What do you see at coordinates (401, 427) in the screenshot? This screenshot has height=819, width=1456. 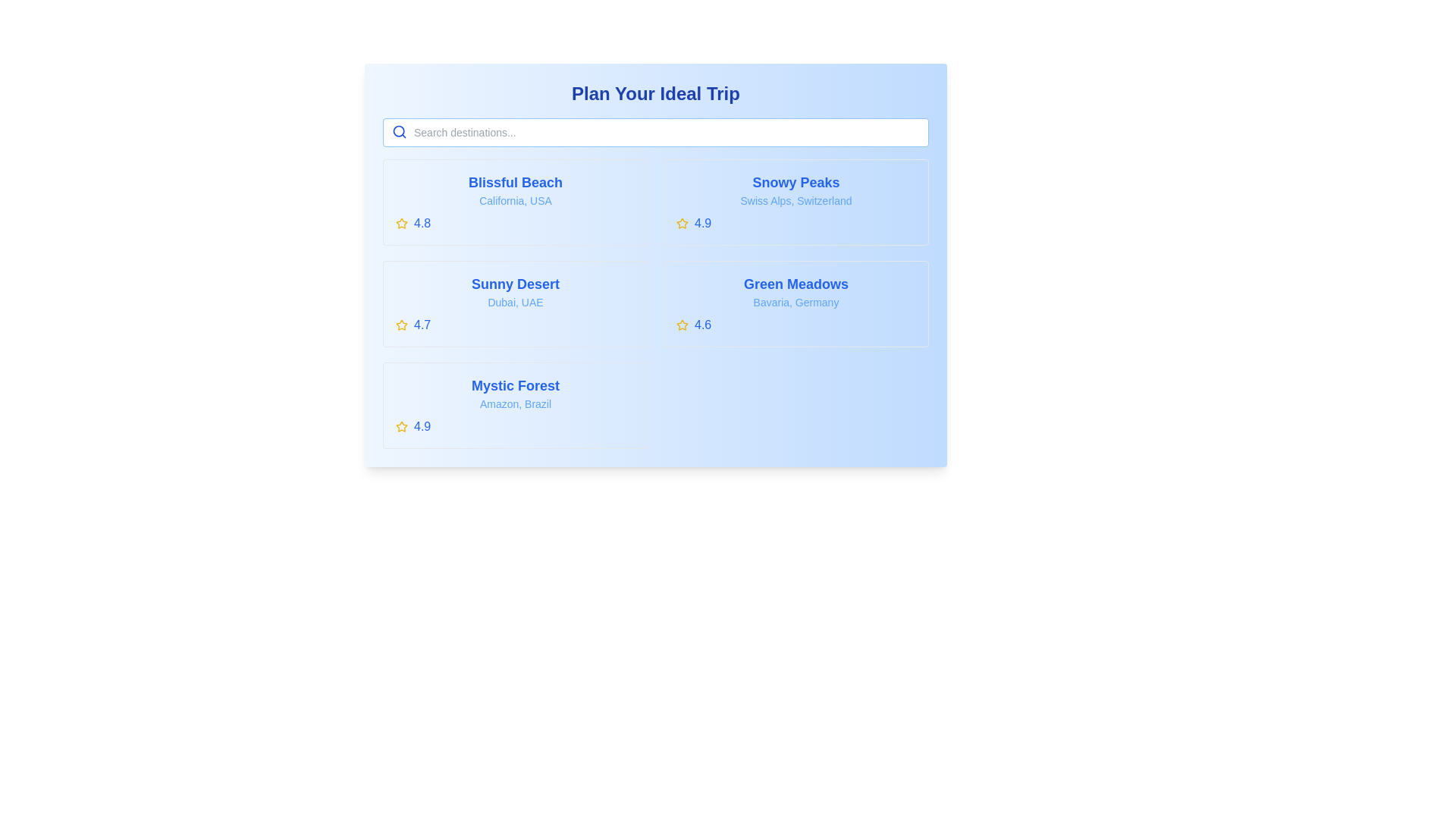 I see `the yellow star icon representing a rating of '4.9' located in the bottom left of the 'Mystic Forest' card in the 'Plan Your Ideal Trip' interface` at bounding box center [401, 427].